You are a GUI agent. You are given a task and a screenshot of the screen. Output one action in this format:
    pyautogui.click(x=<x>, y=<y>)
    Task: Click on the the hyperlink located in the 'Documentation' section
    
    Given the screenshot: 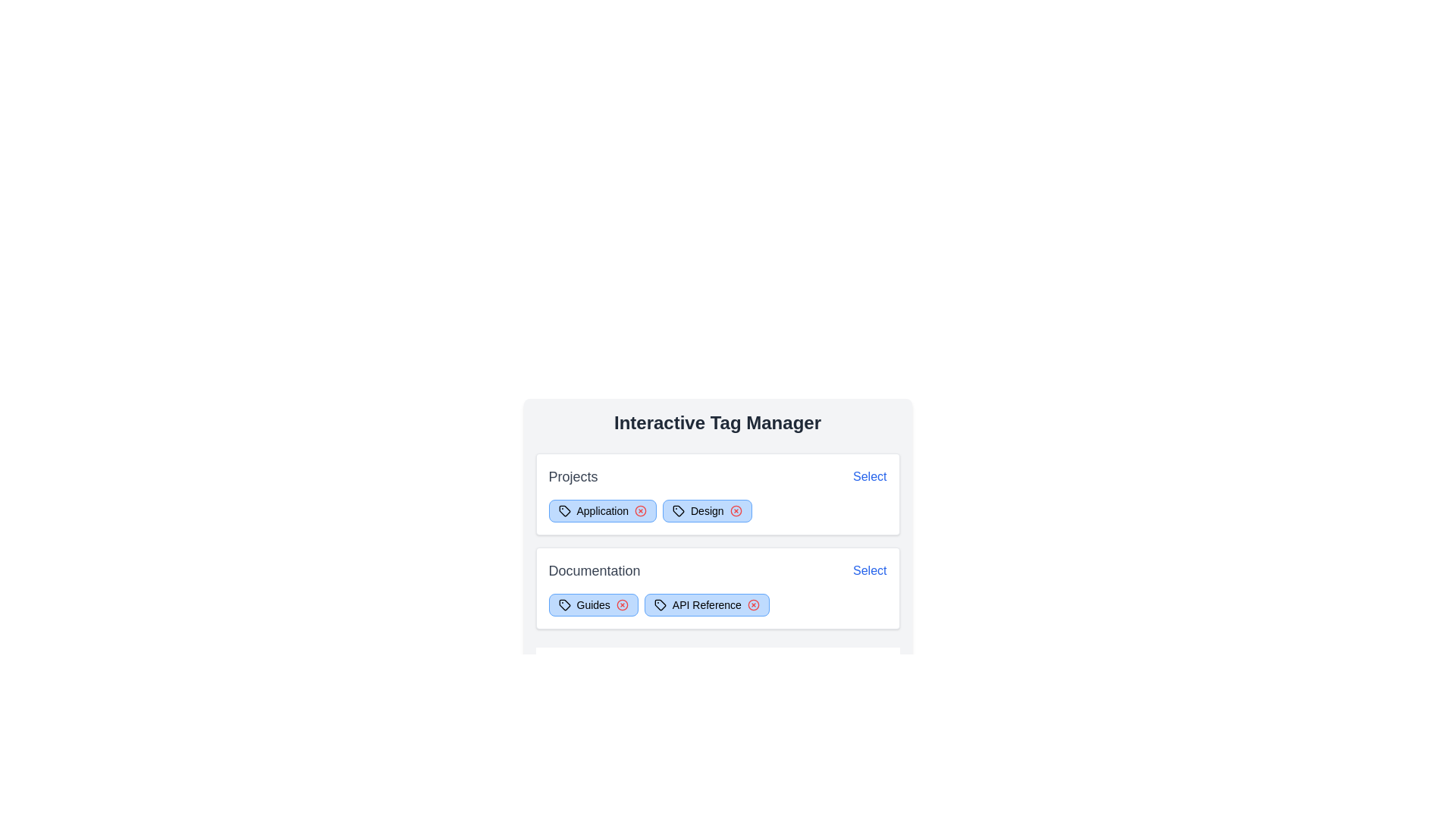 What is the action you would take?
    pyautogui.click(x=870, y=570)
    